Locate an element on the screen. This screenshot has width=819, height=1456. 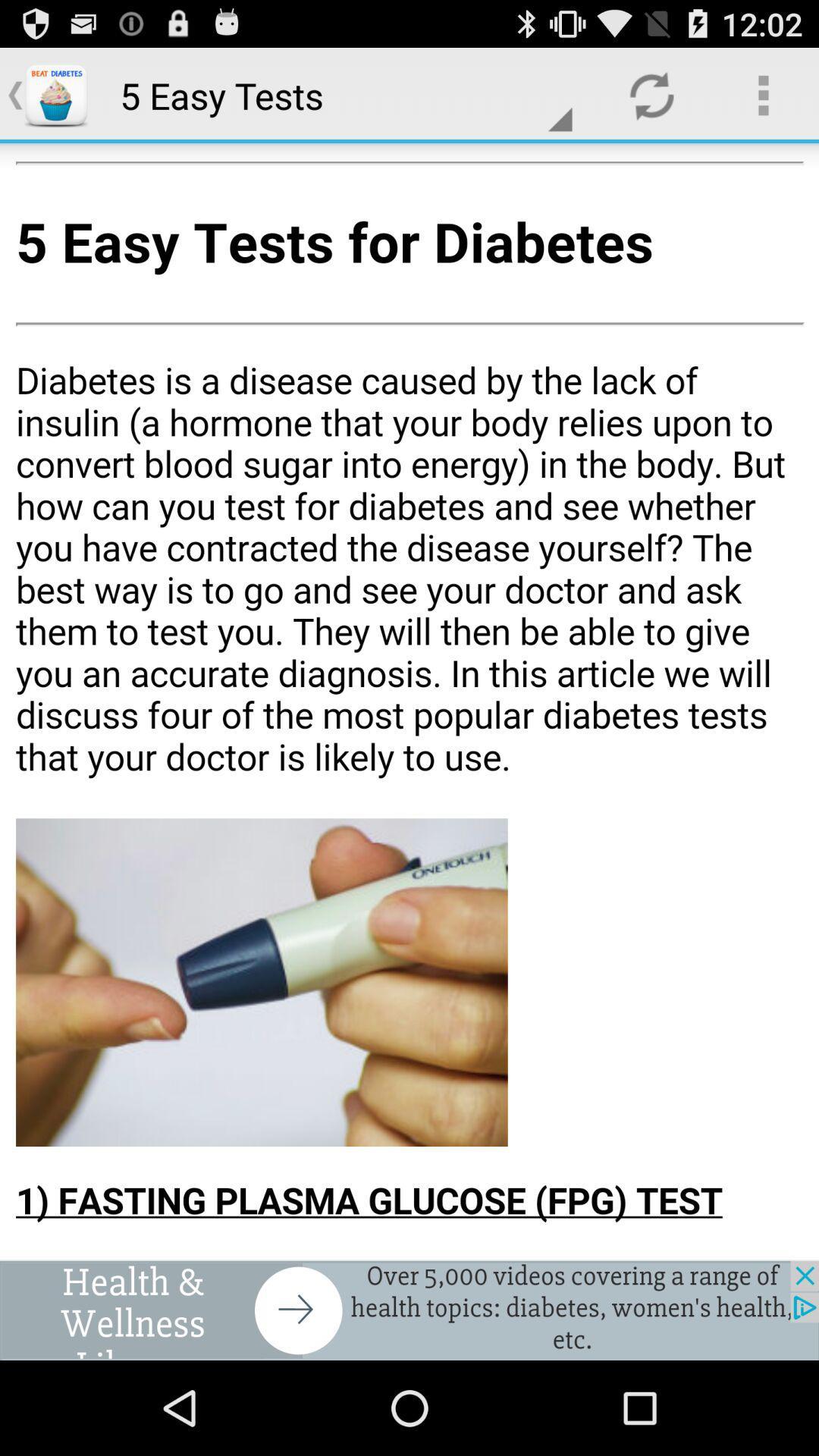
next is located at coordinates (409, 1310).